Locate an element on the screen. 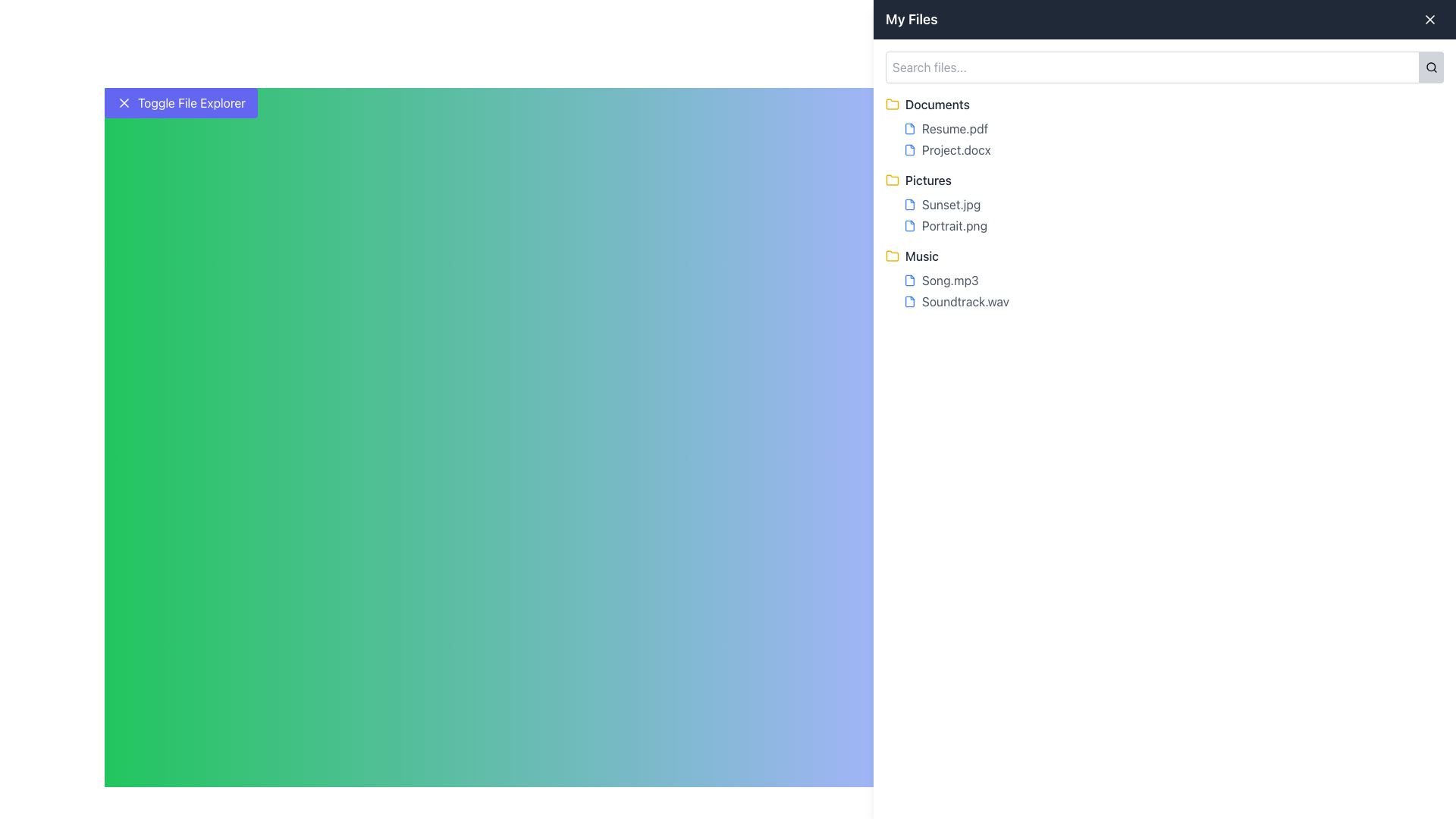  the small file icon representing 'Resume.pdf' located to the left of the text in the 'Documents' section of the file explorer is located at coordinates (910, 127).